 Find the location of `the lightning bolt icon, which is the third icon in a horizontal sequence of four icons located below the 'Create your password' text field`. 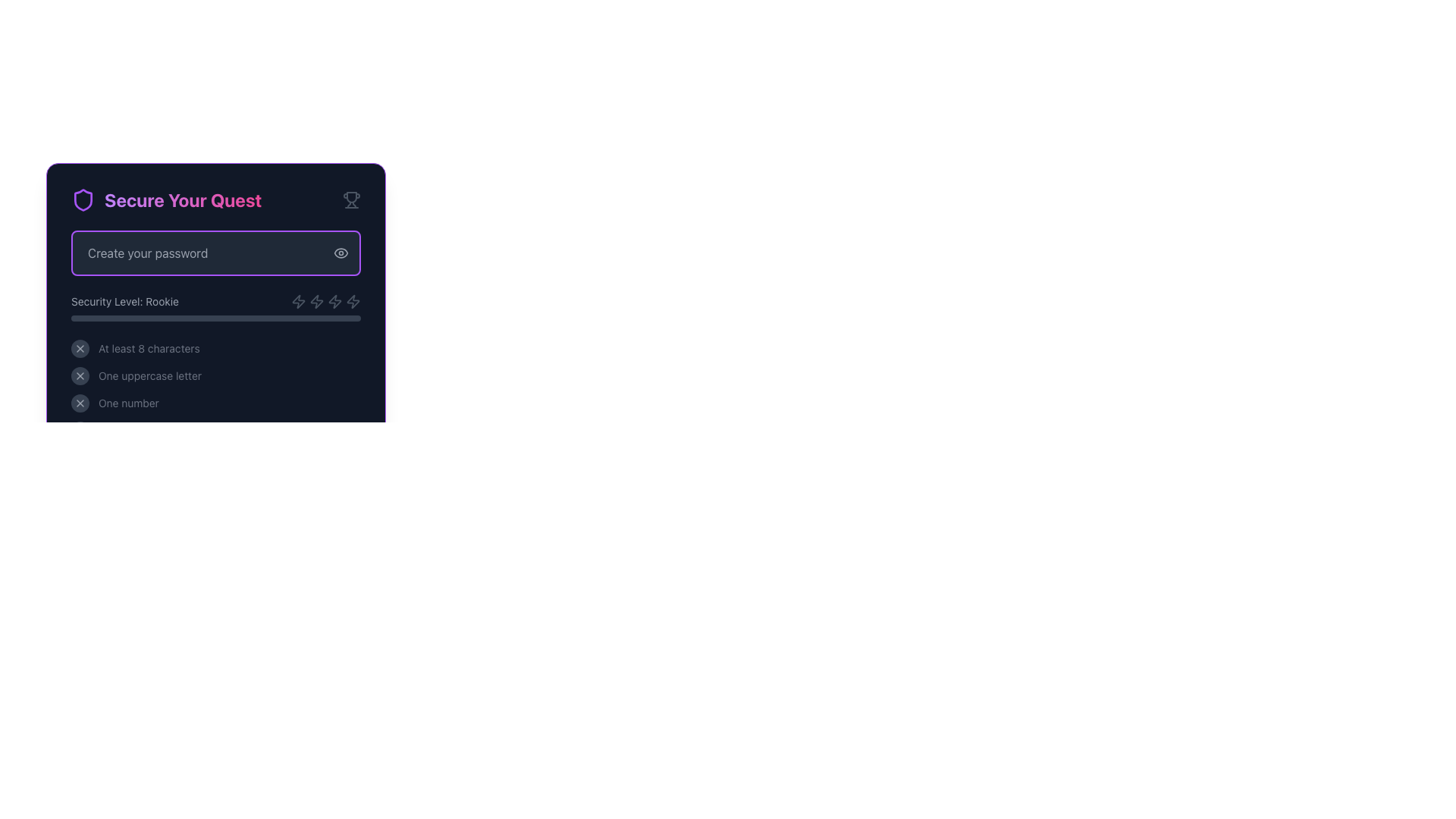

the lightning bolt icon, which is the third icon in a horizontal sequence of four icons located below the 'Create your password' text field is located at coordinates (334, 301).